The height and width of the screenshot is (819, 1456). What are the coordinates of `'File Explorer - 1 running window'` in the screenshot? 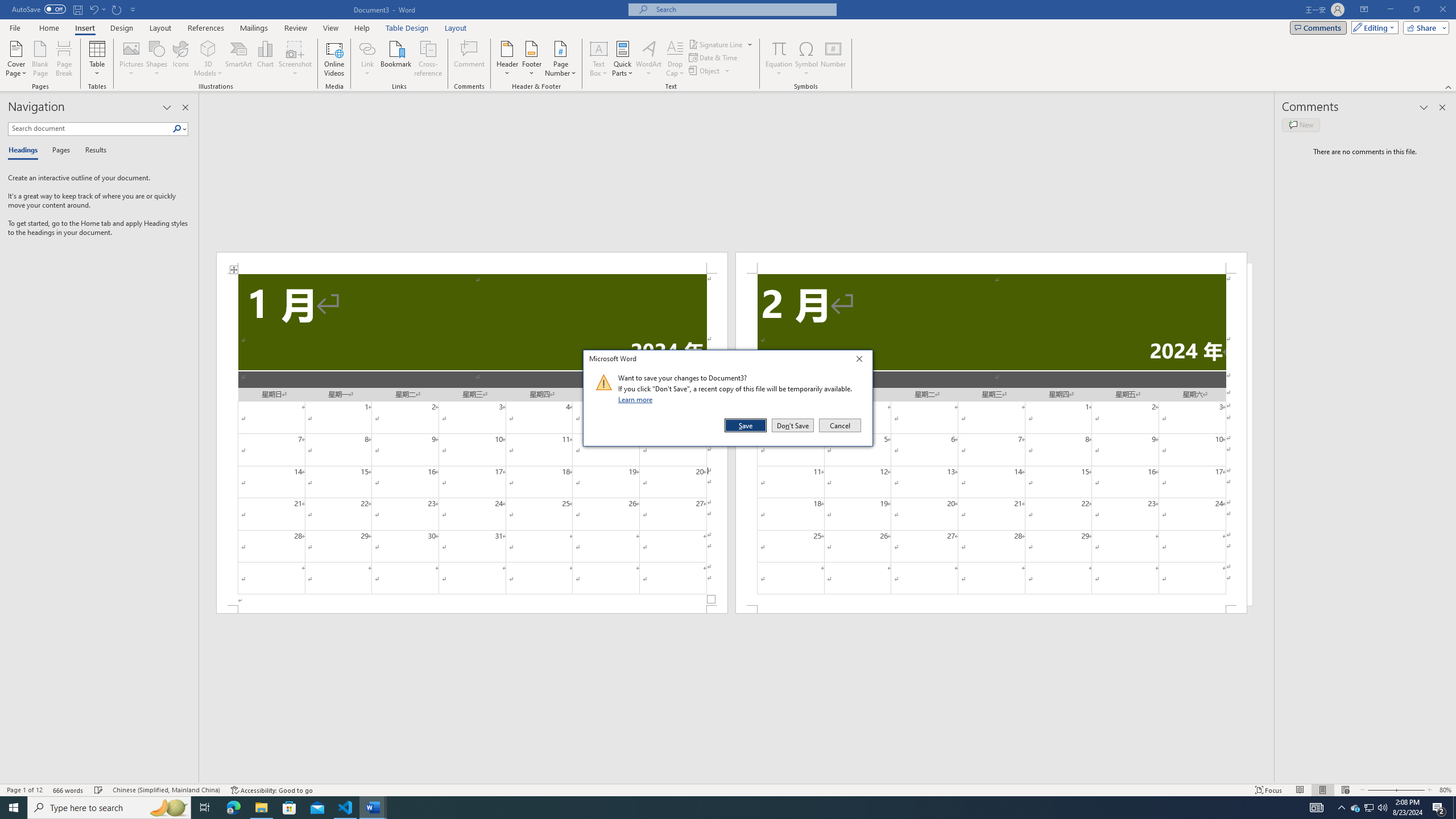 It's located at (260, 806).